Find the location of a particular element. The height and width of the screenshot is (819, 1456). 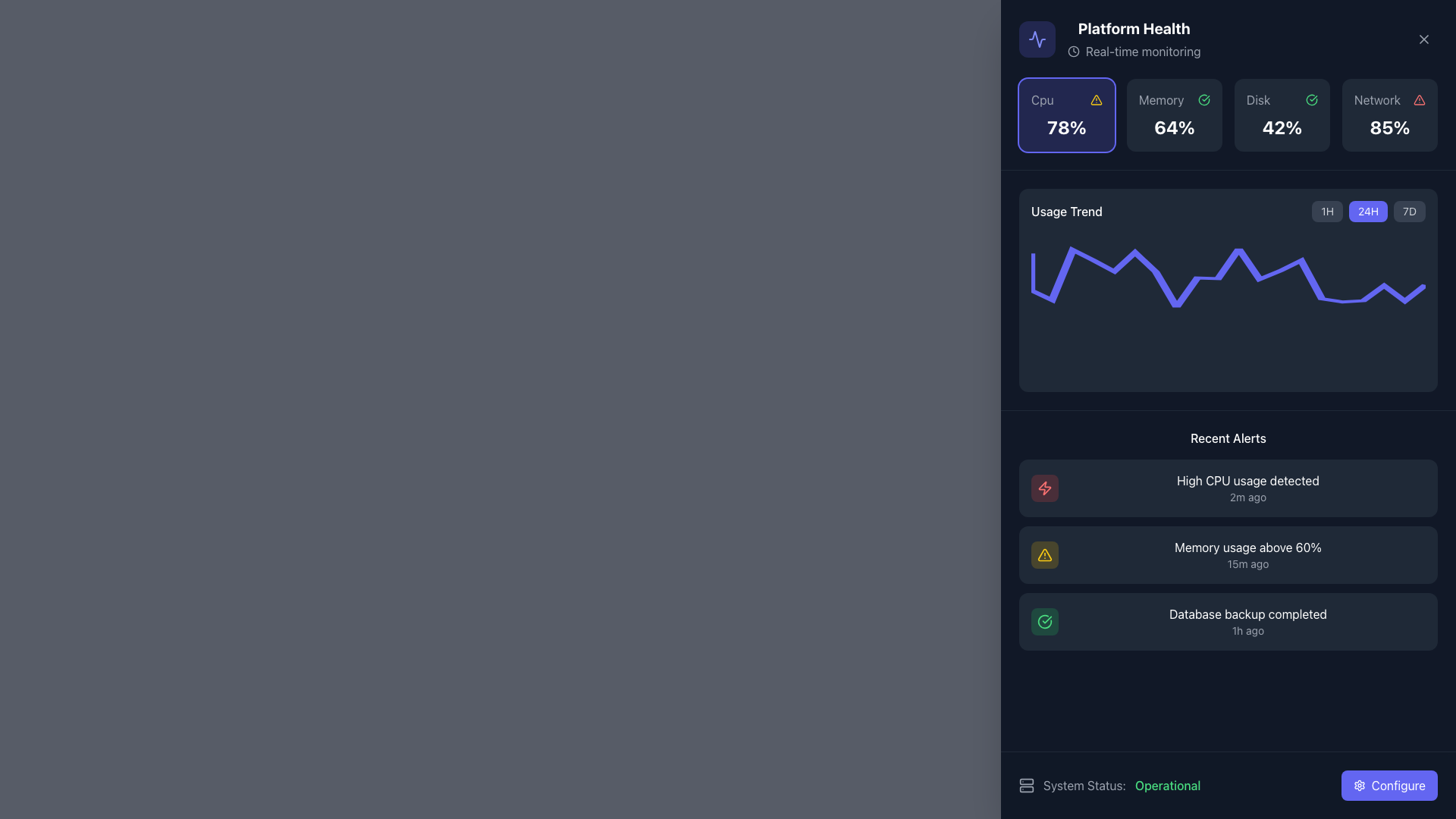

the header section titled 'Platform Health' with the subtitle 'Real-time monitoring' for details is located at coordinates (1109, 38).